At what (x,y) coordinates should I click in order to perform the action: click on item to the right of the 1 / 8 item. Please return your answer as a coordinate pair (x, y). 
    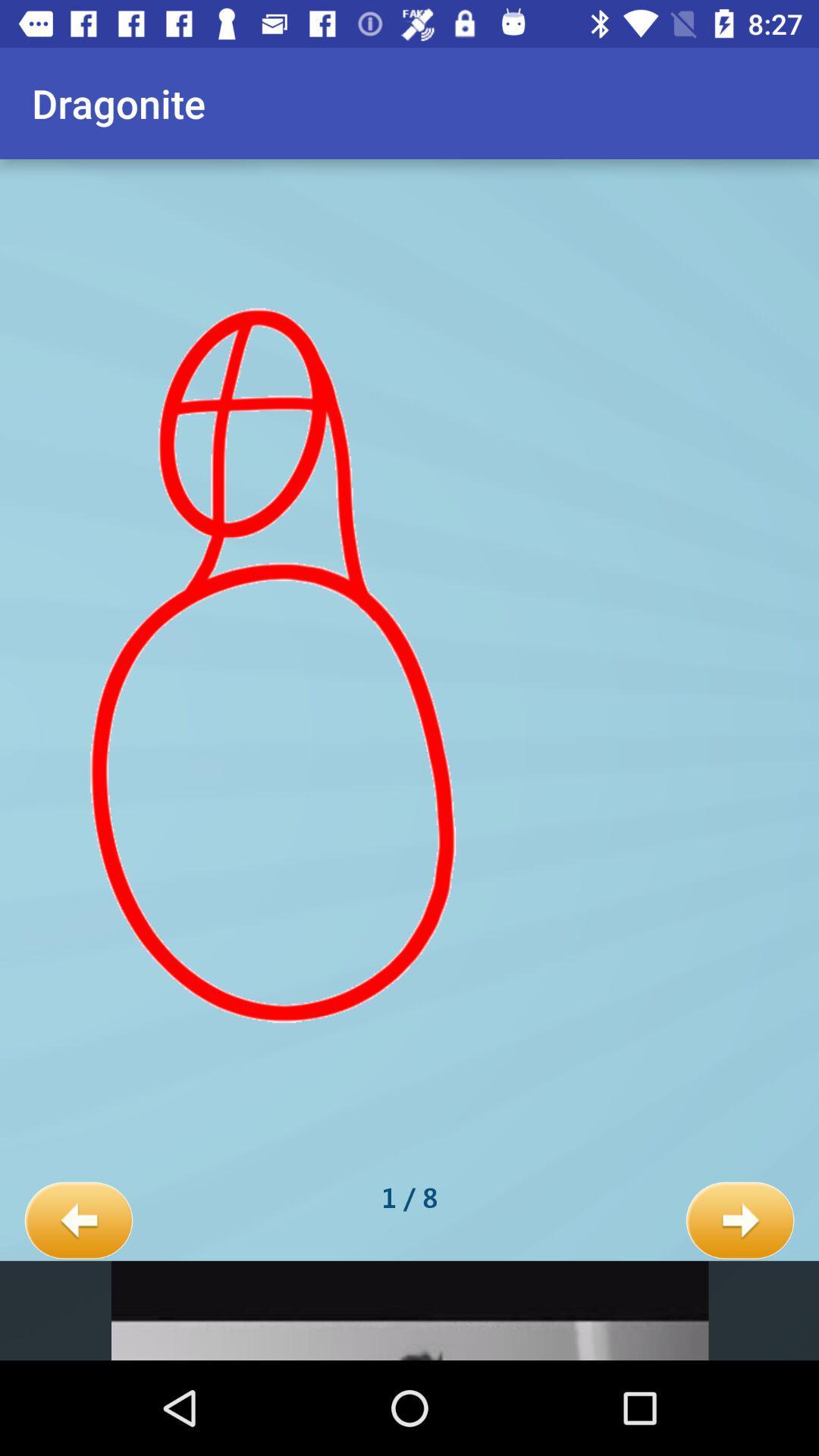
    Looking at the image, I should click on (739, 1221).